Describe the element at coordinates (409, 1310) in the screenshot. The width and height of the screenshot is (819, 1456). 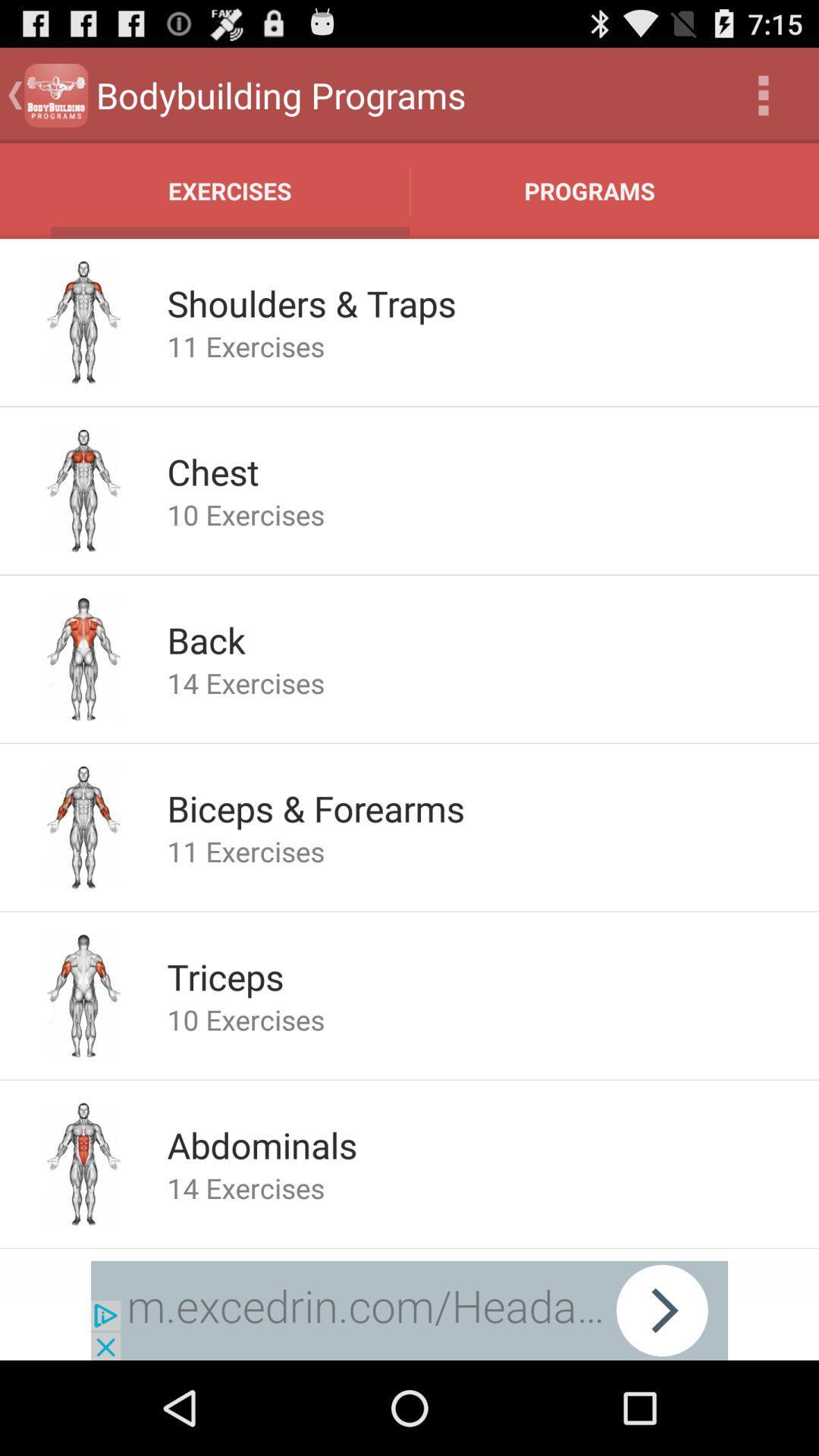
I see `announcement` at that location.